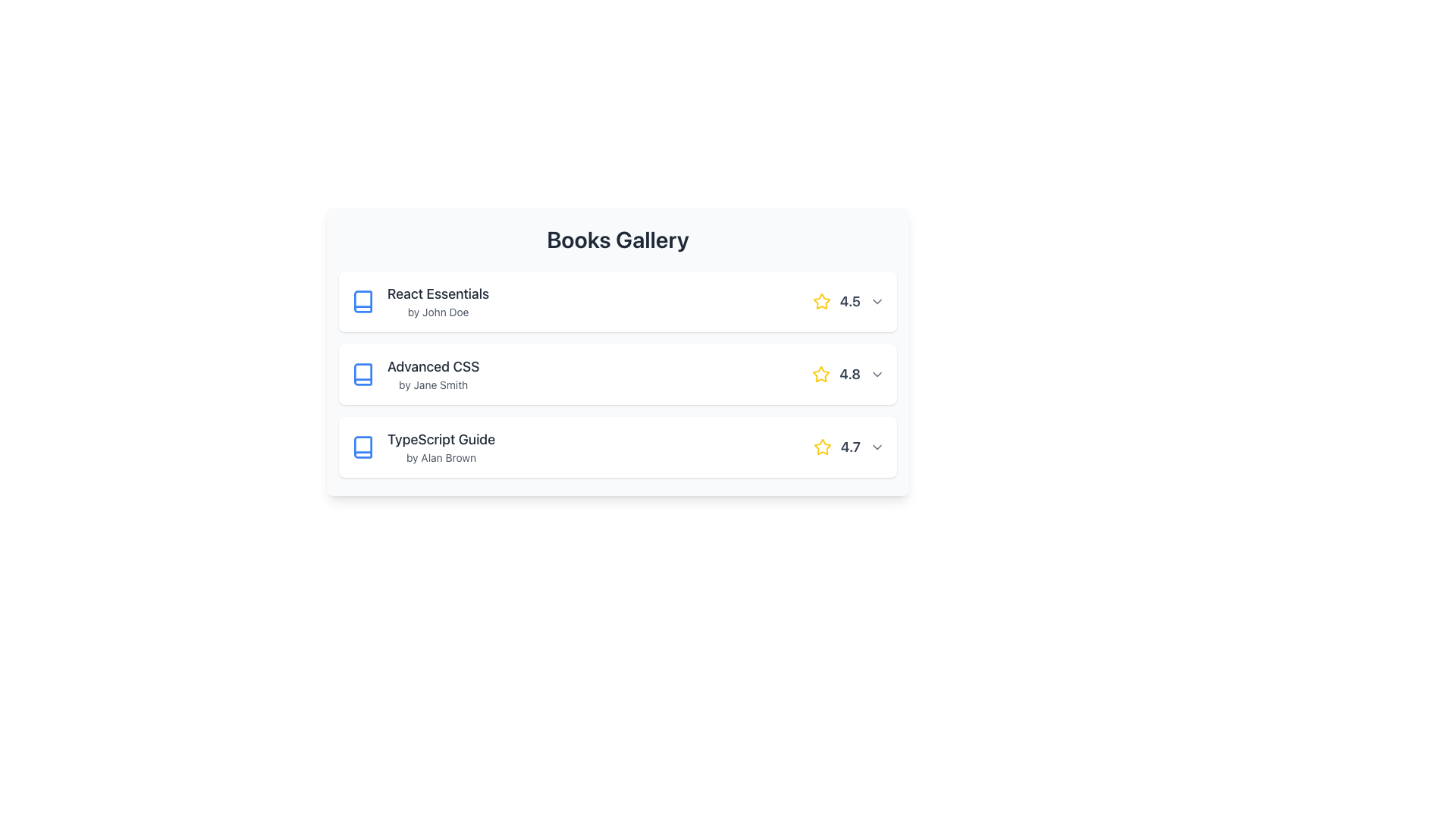 The image size is (1456, 819). What do you see at coordinates (821, 447) in the screenshot?
I see `SVG Star Symbol icon located in the third row of the item list, which serves as a visual indicator for a rating system, positioned to the left of the numeric rating text '4.7'` at bounding box center [821, 447].